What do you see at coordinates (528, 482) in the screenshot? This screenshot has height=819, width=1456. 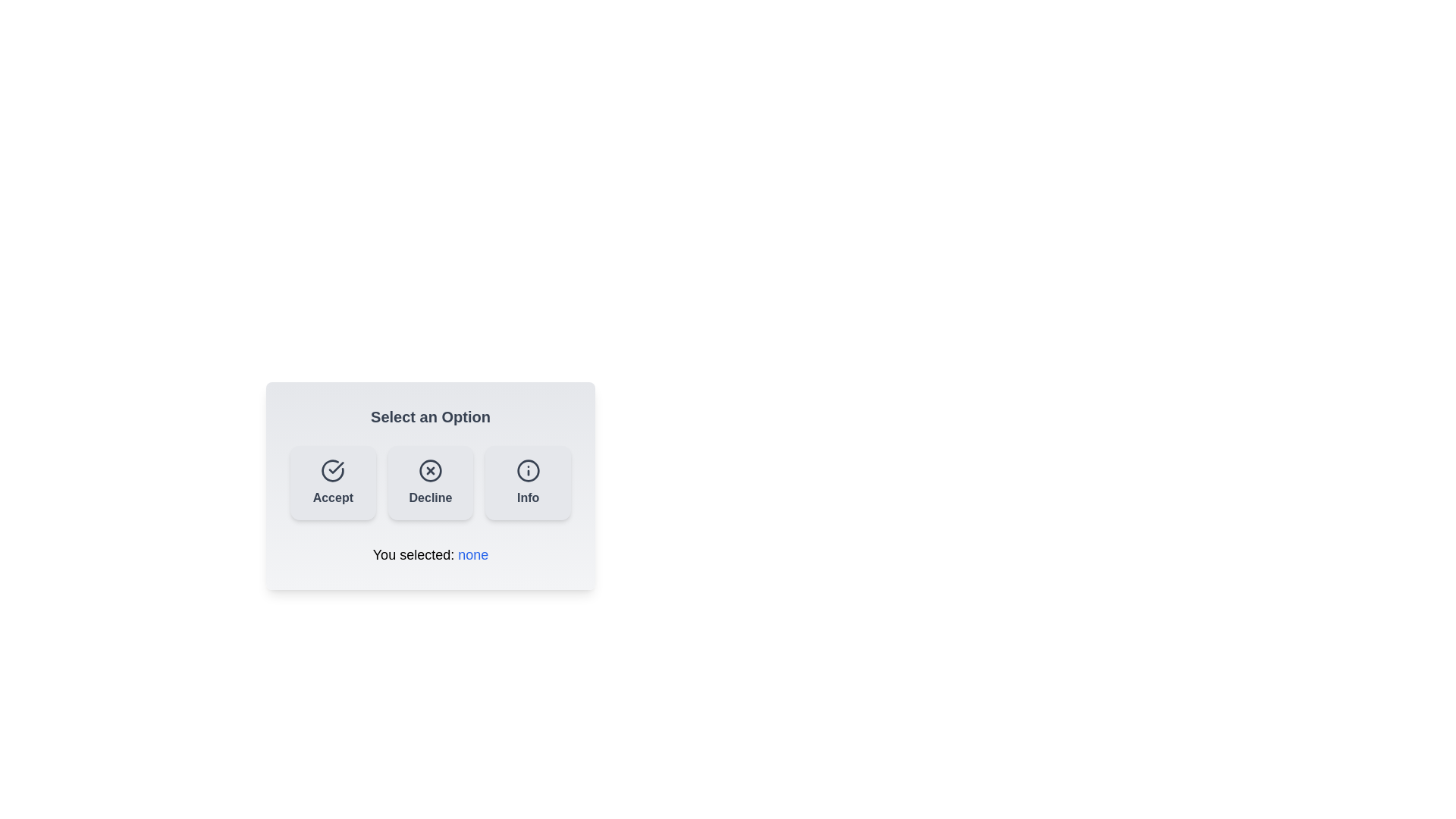 I see `the Info button to update the displayed text` at bounding box center [528, 482].